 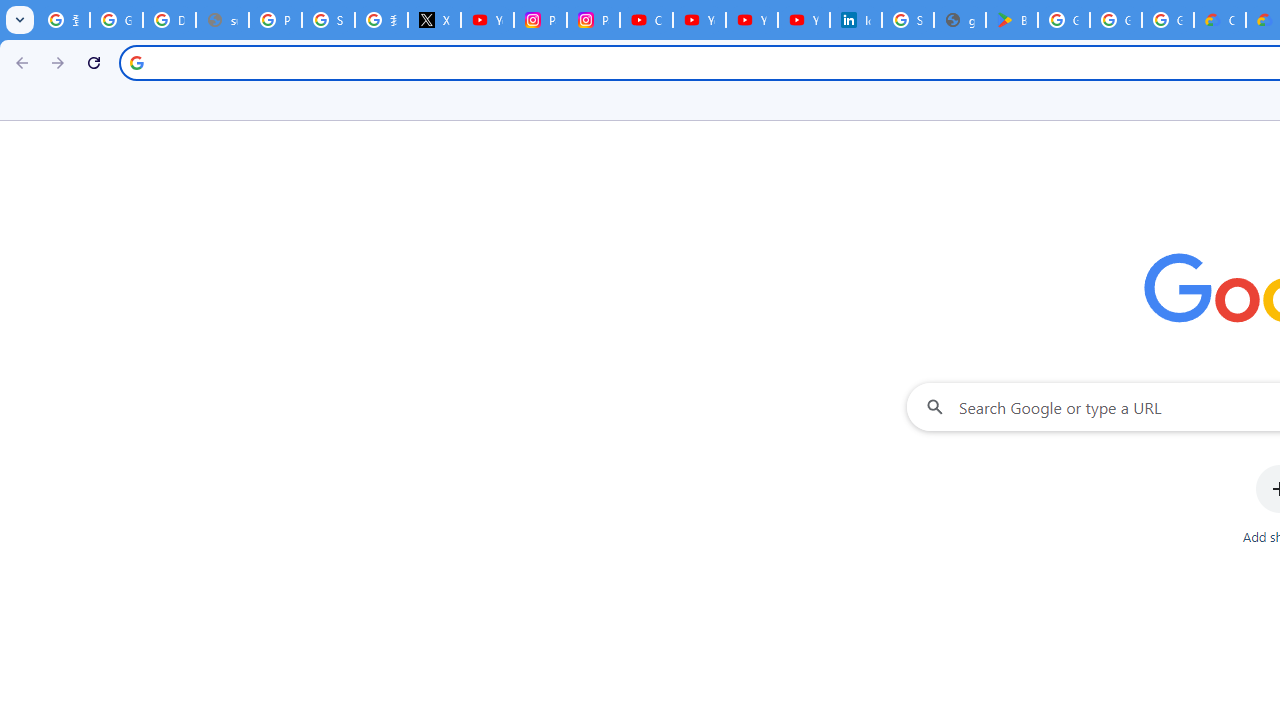 I want to click on 'YouTube Content Monetization Policies - How YouTube Works', so click(x=487, y=20).